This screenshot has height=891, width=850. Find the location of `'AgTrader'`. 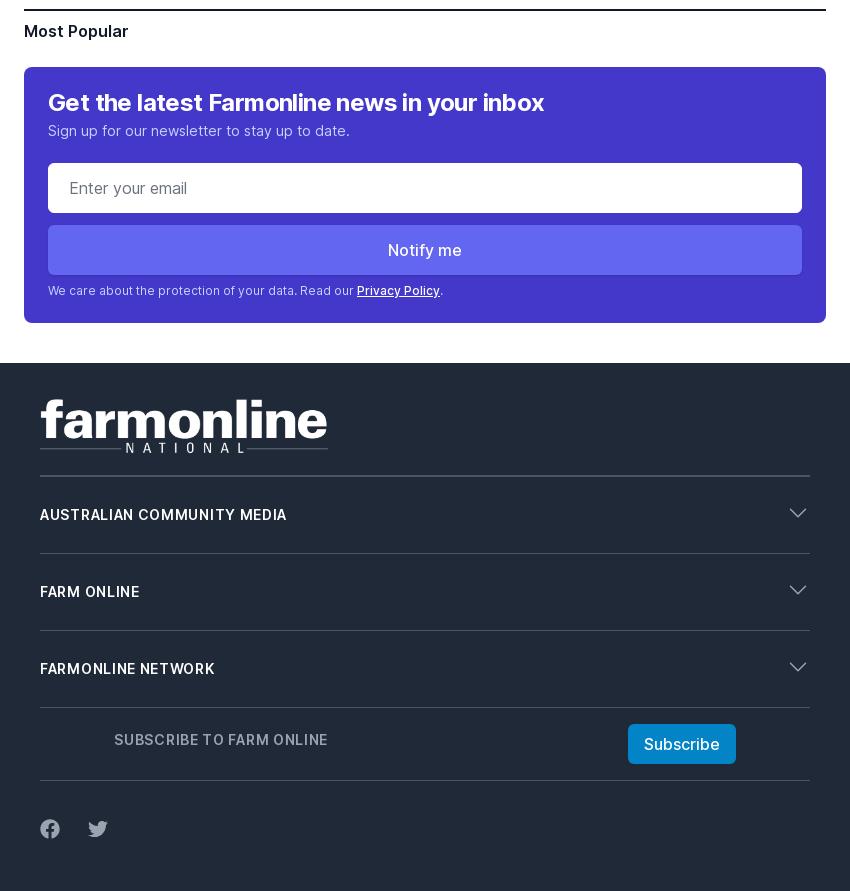

'AgTrader' is located at coordinates (70, 697).